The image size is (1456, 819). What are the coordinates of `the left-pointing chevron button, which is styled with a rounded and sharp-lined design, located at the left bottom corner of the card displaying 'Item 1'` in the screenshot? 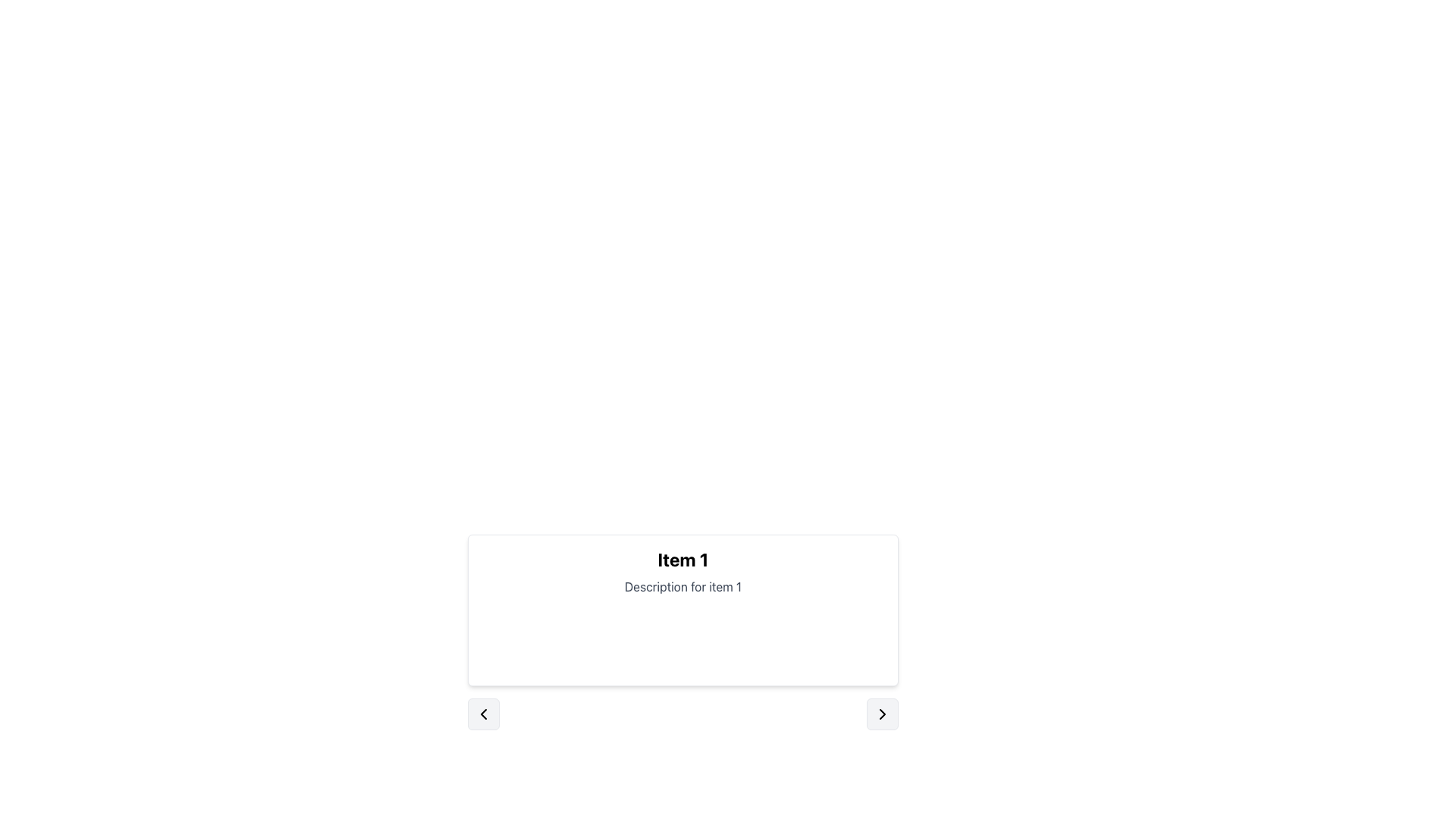 It's located at (483, 714).